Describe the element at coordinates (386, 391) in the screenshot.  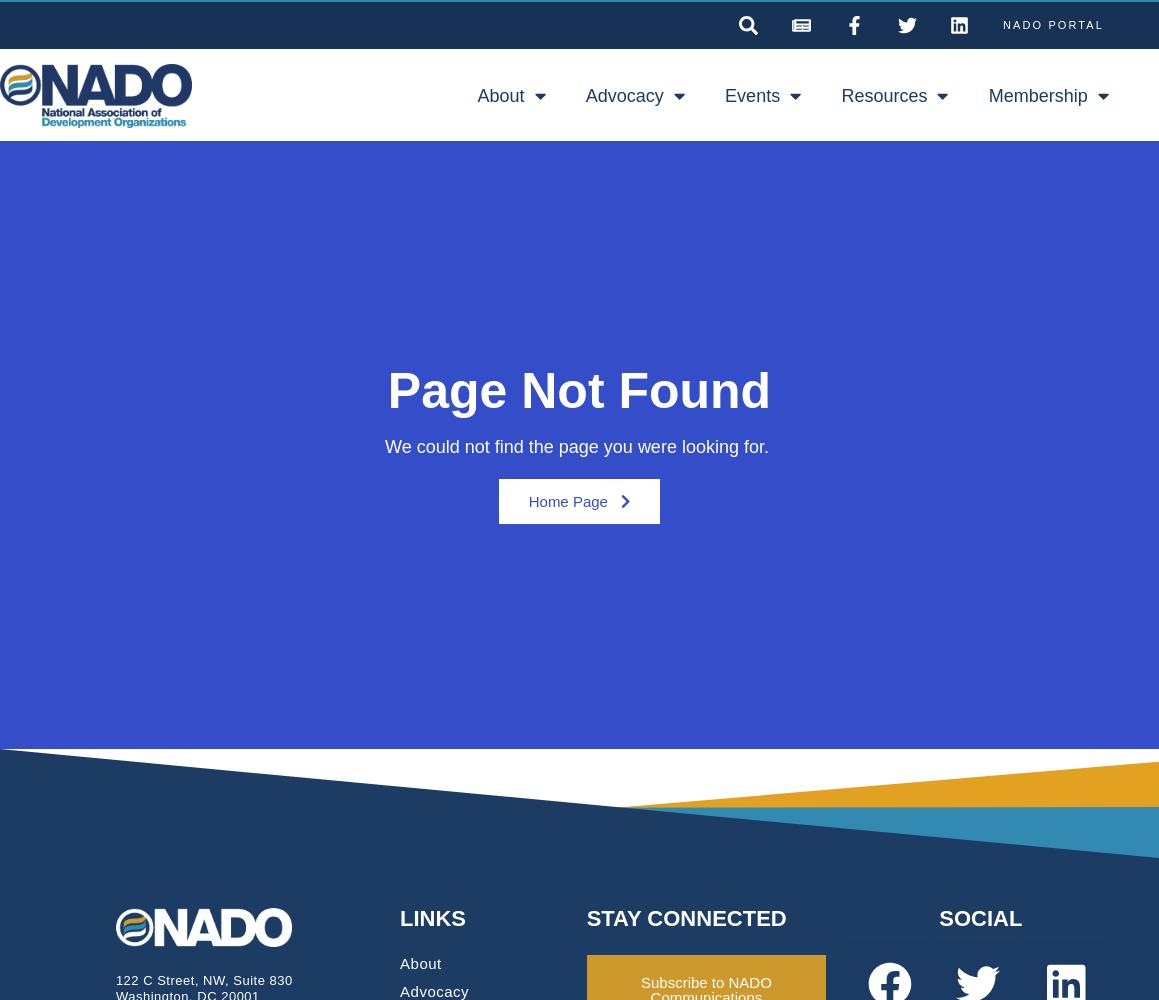
I see `'Page Not Found'` at that location.